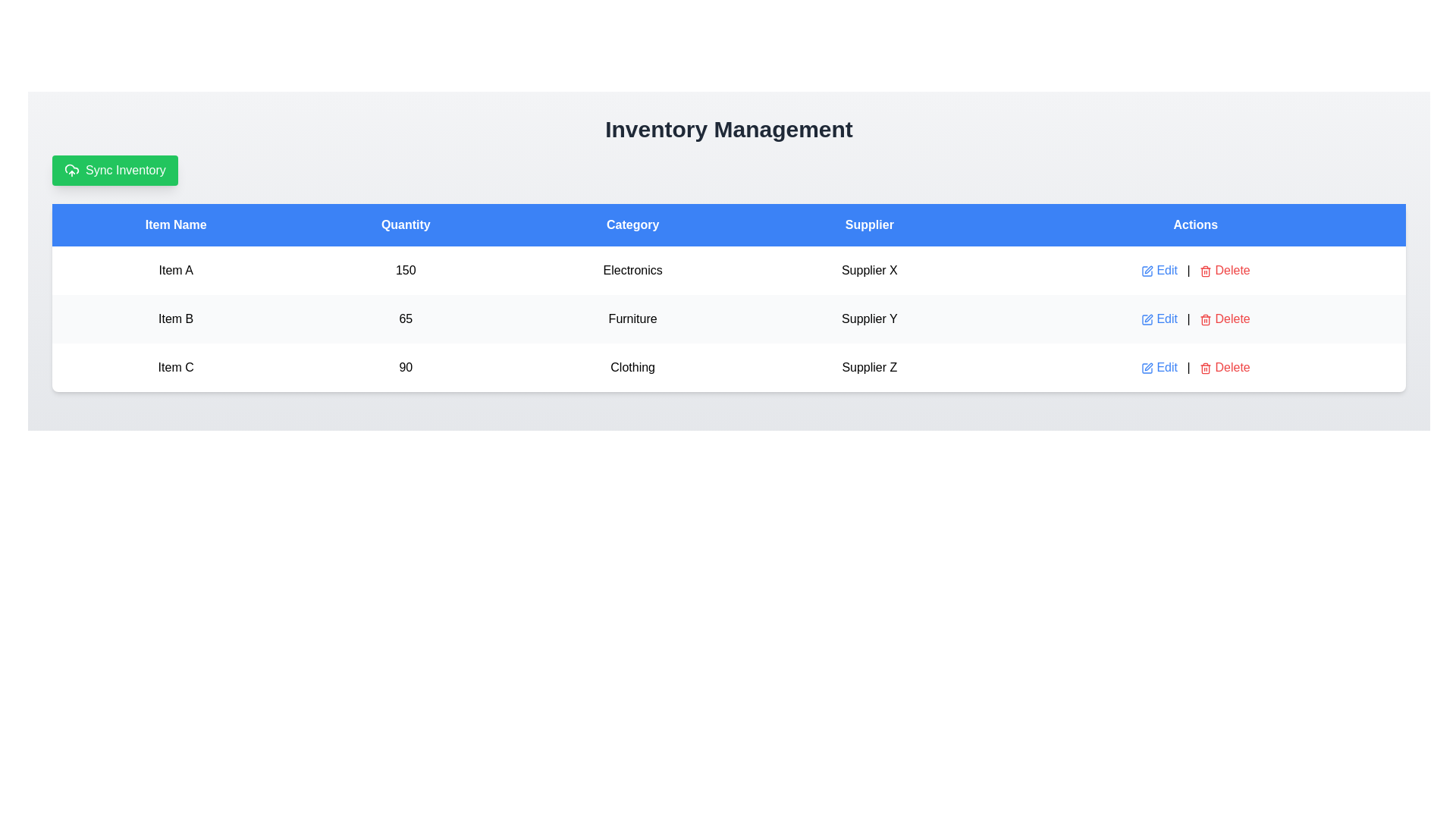 Image resolution: width=1456 pixels, height=819 pixels. I want to click on the red trash bin icon in the 'Actions' column of the second row to initiate the delete action dialog, so click(1204, 318).